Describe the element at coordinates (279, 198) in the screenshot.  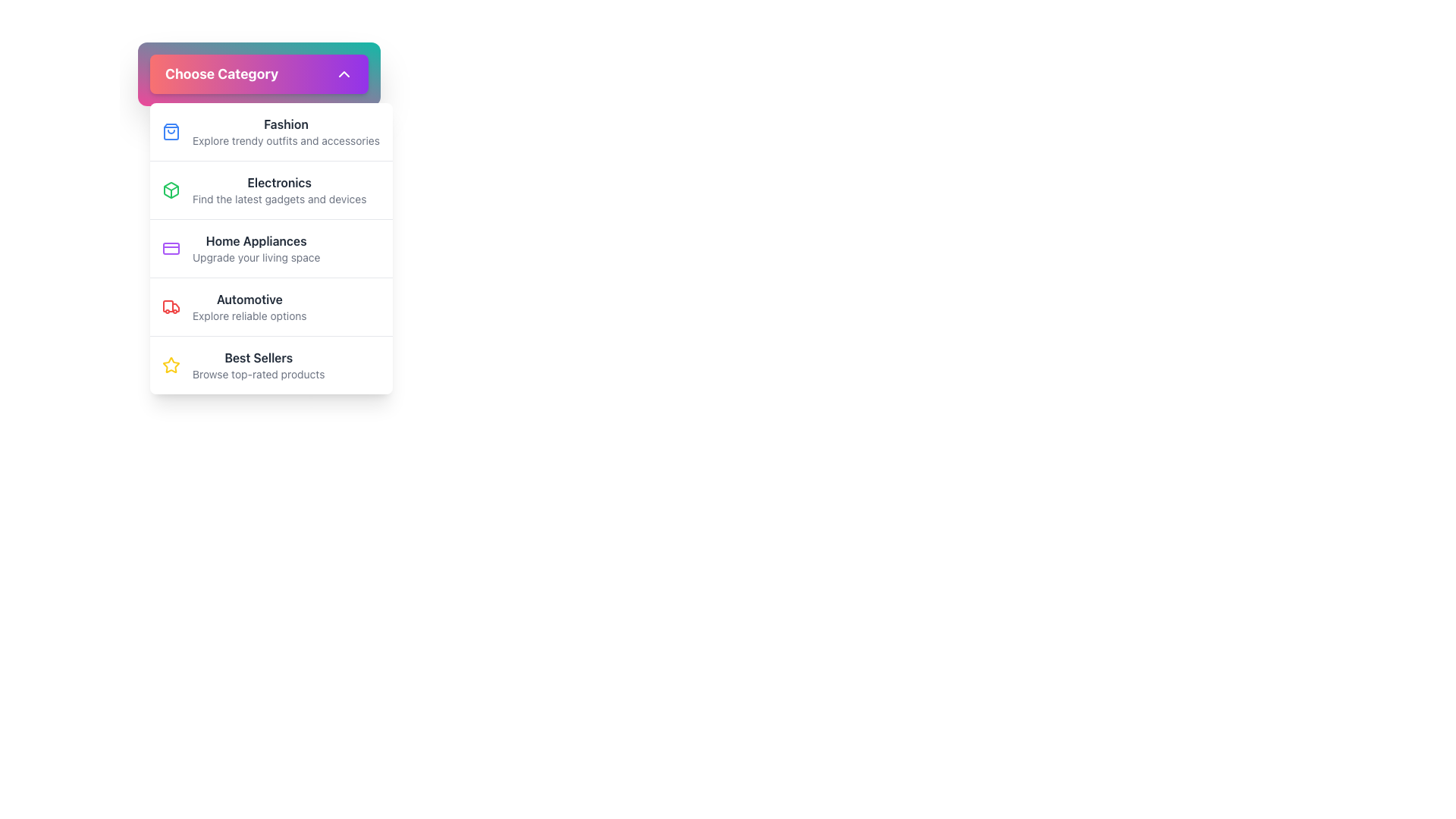
I see `text label that describes the category 'Electronics', which reads 'Find the latest gadgets and devices'` at that location.